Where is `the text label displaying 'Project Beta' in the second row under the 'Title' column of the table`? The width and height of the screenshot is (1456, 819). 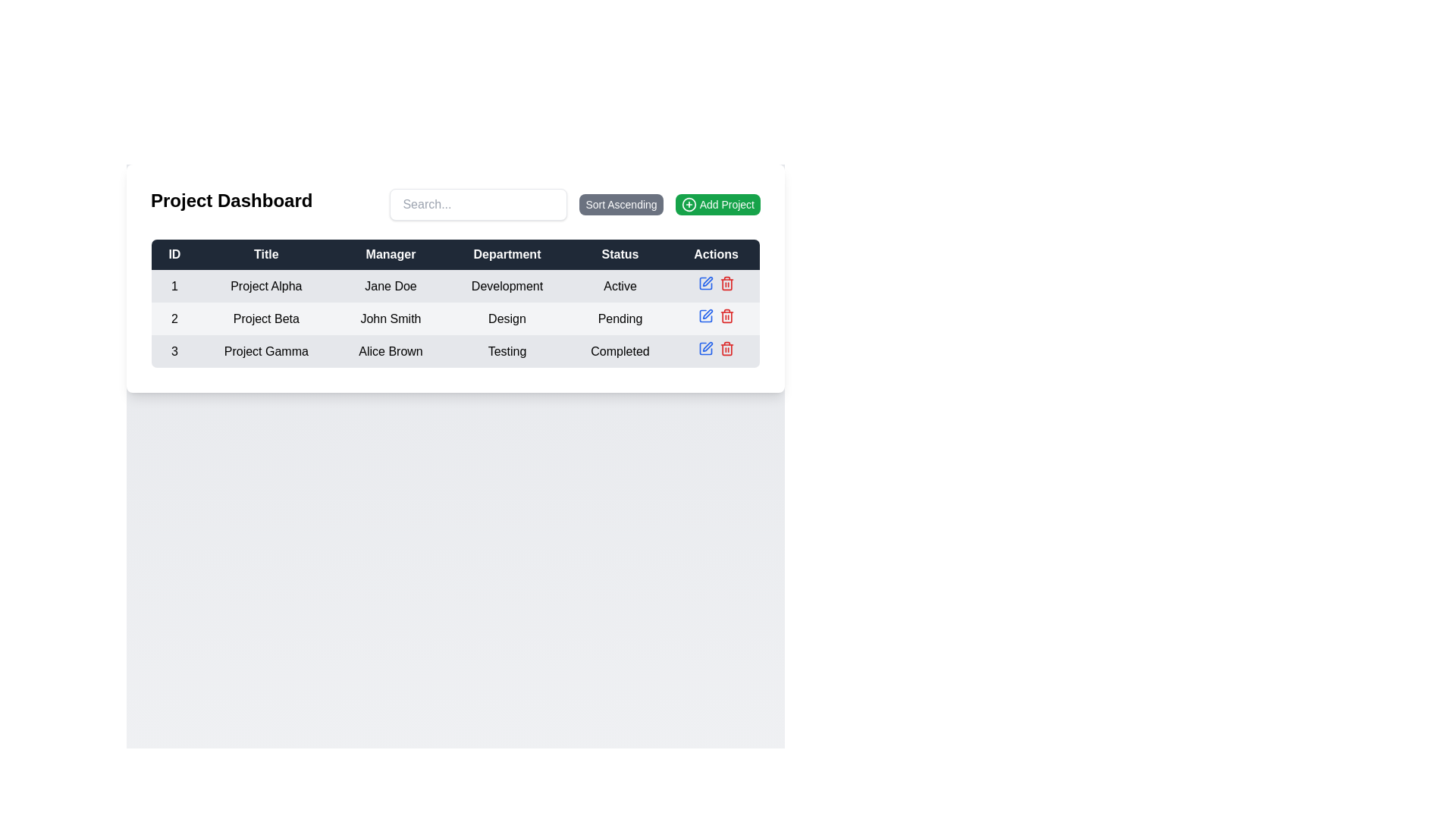 the text label displaying 'Project Beta' in the second row under the 'Title' column of the table is located at coordinates (266, 318).